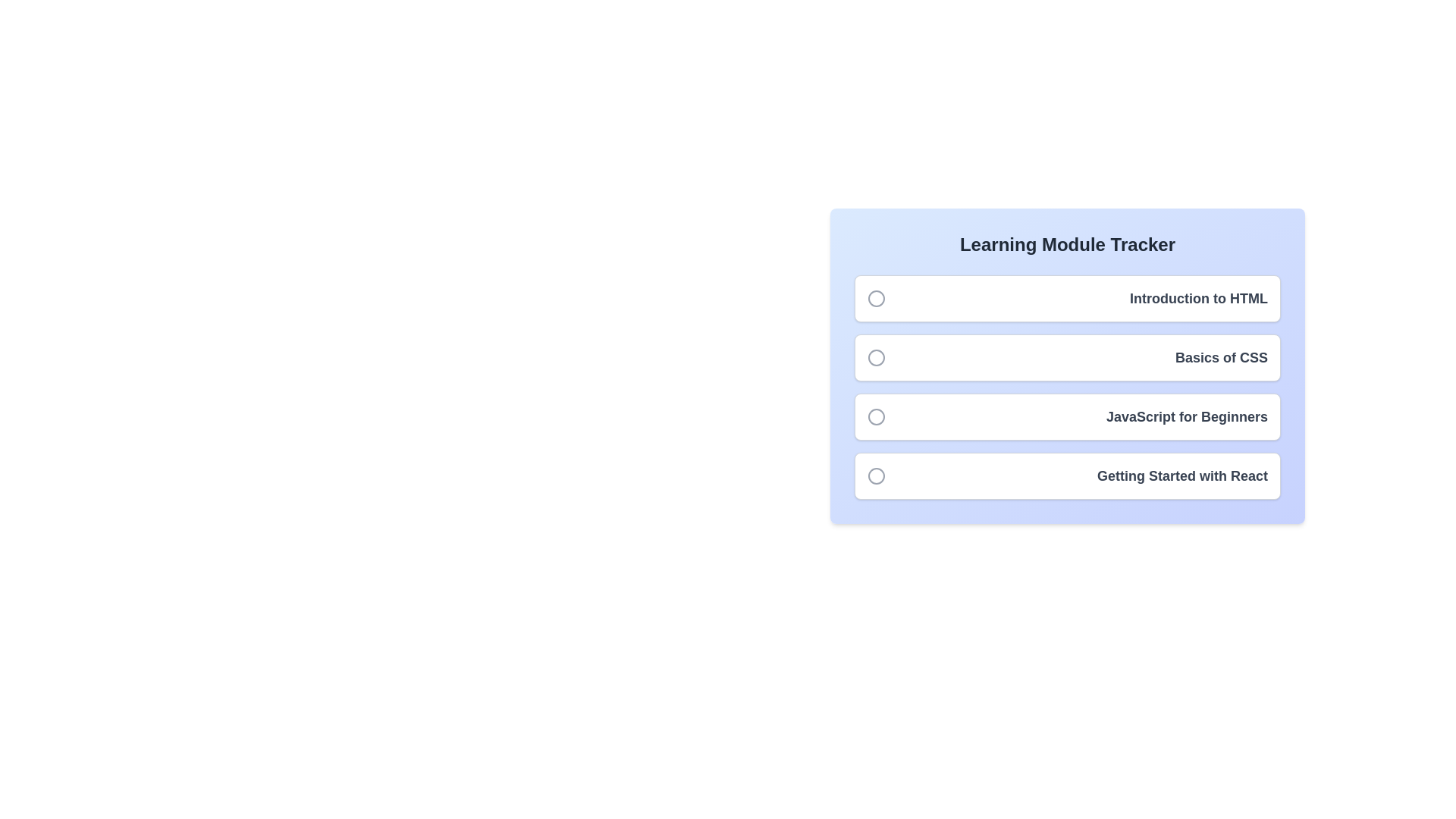 Image resolution: width=1456 pixels, height=819 pixels. What do you see at coordinates (877, 475) in the screenshot?
I see `the filled SVG Circle icon that is part of the 'Getting Started with React' selection module` at bounding box center [877, 475].